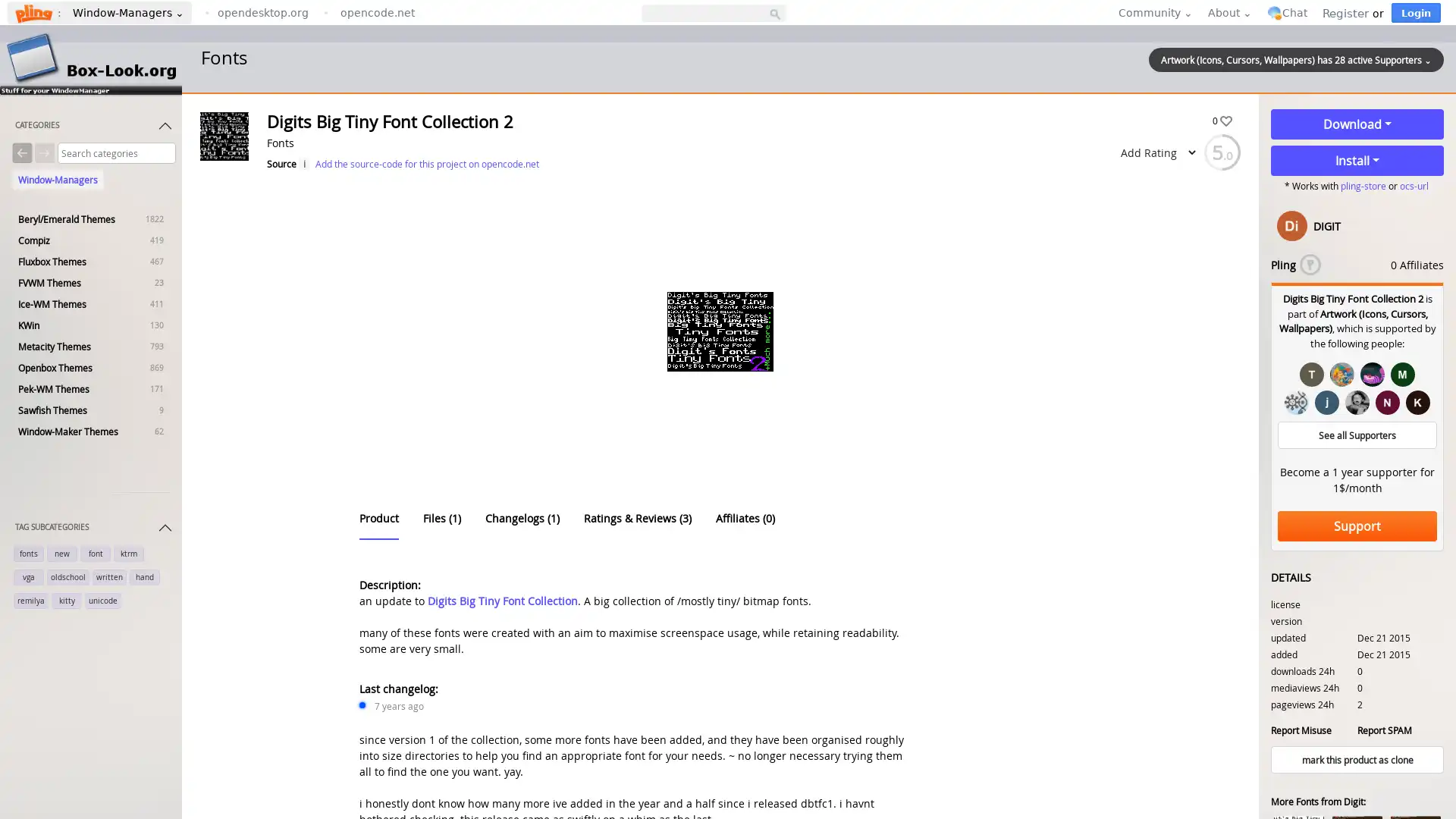 This screenshot has width=1456, height=819. What do you see at coordinates (1357, 526) in the screenshot?
I see `Support` at bounding box center [1357, 526].